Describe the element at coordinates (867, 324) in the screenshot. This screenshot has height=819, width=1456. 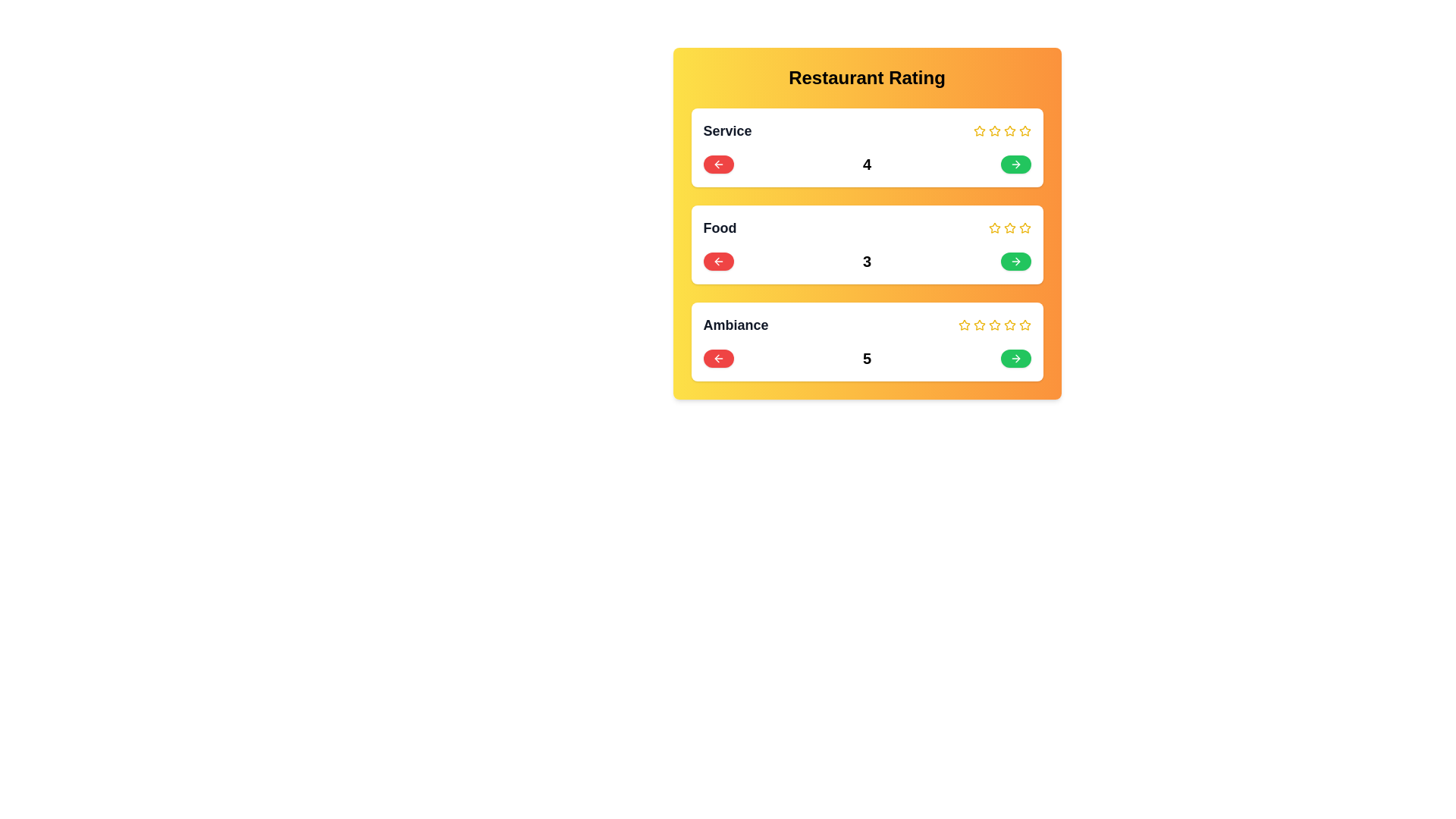
I see `'Ambiance' star rating bar located in the third row under the 'Restaurant Rating' heading for layout information` at that location.